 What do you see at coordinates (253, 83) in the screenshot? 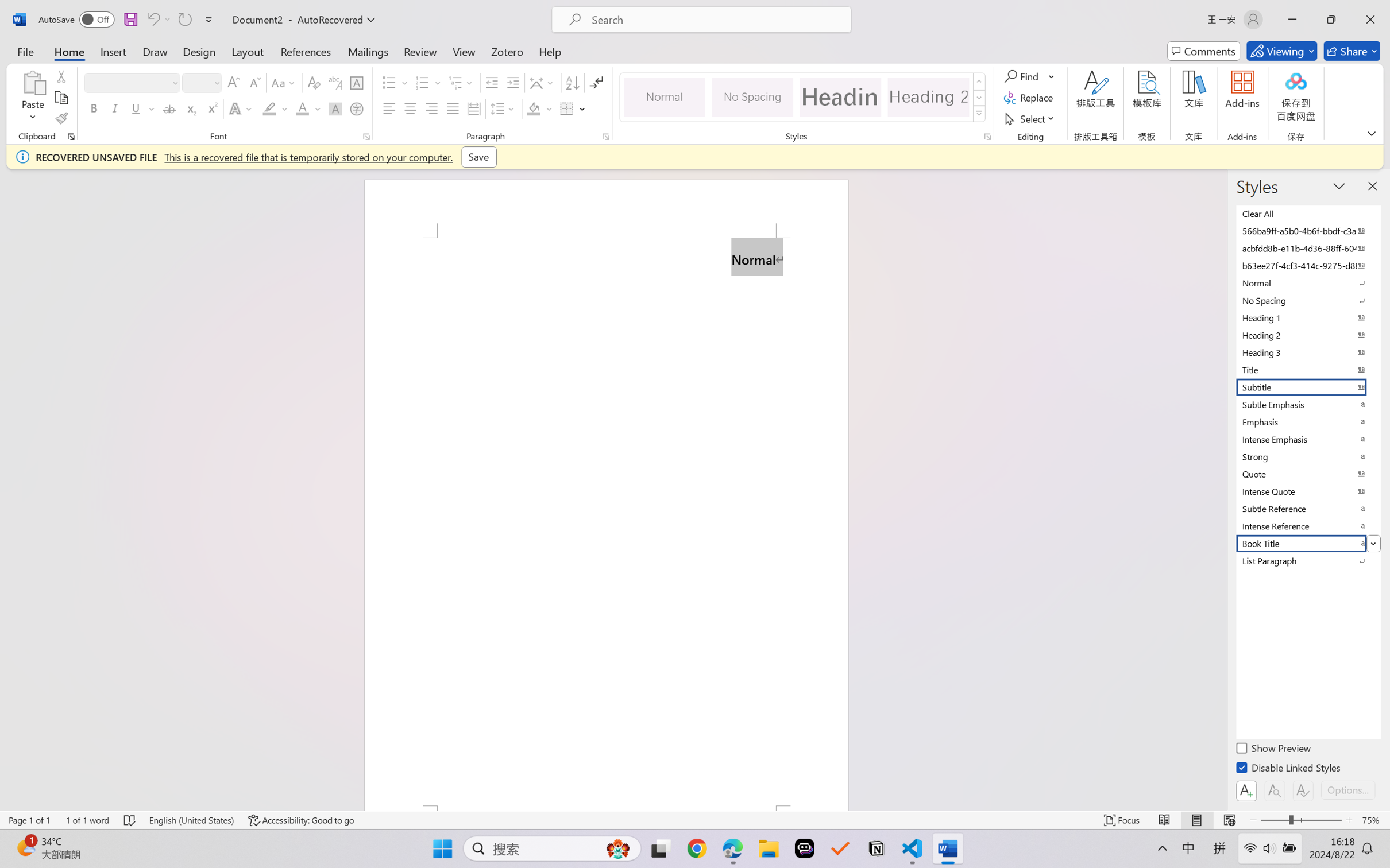
I see `'Shrink Font'` at bounding box center [253, 83].